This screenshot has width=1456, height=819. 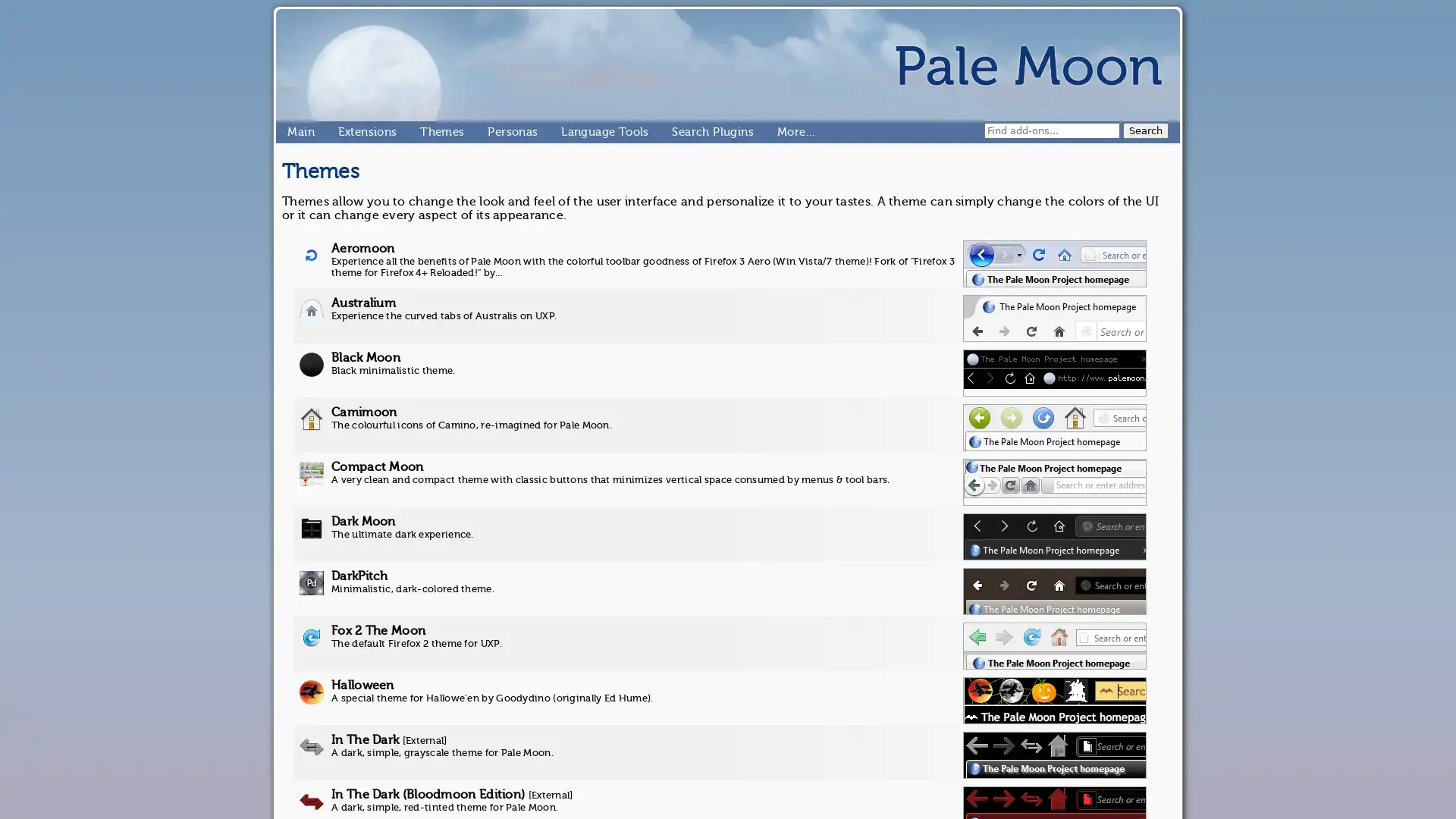 I want to click on Search, so click(x=1146, y=130).